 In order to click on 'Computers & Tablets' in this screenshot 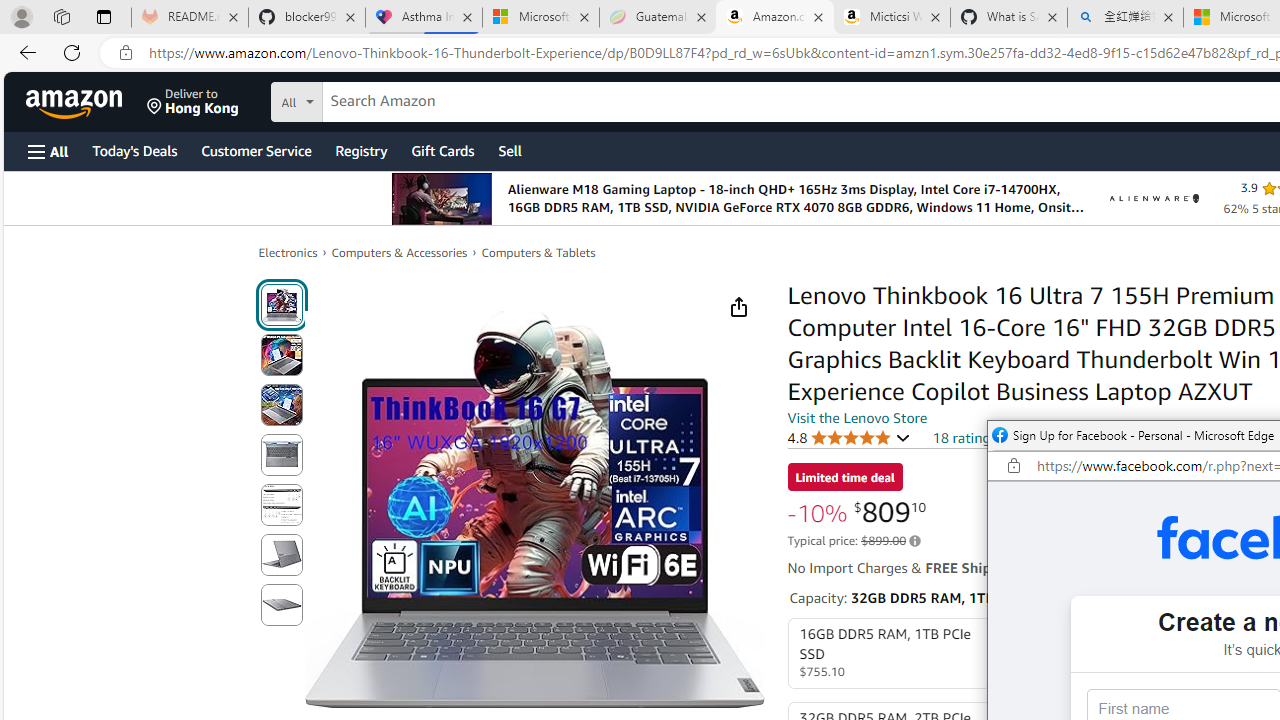, I will do `click(538, 252)`.